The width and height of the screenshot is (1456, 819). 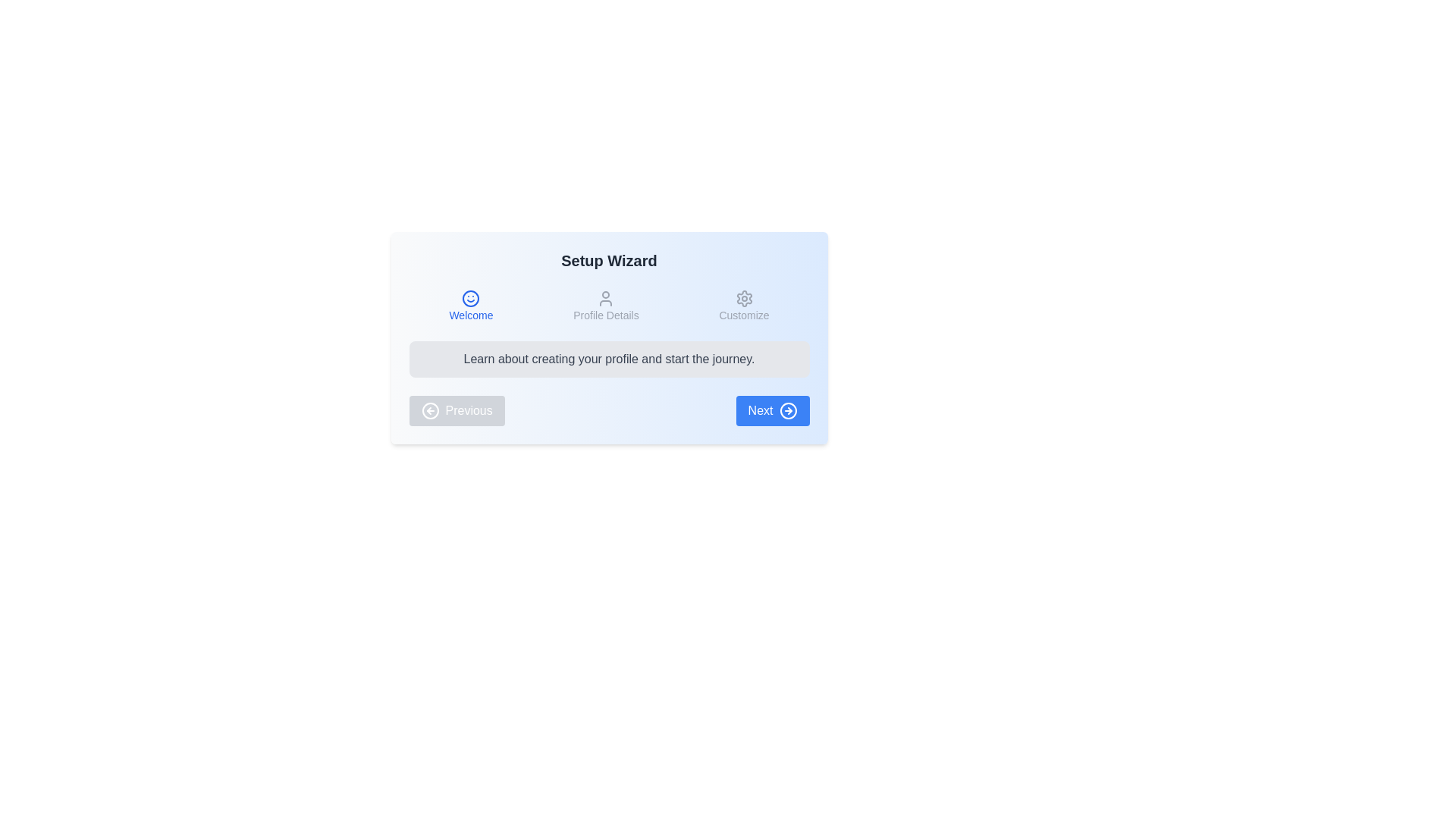 What do you see at coordinates (456, 411) in the screenshot?
I see `the navigation button located at the bottom-left corner of the pagination controls` at bounding box center [456, 411].